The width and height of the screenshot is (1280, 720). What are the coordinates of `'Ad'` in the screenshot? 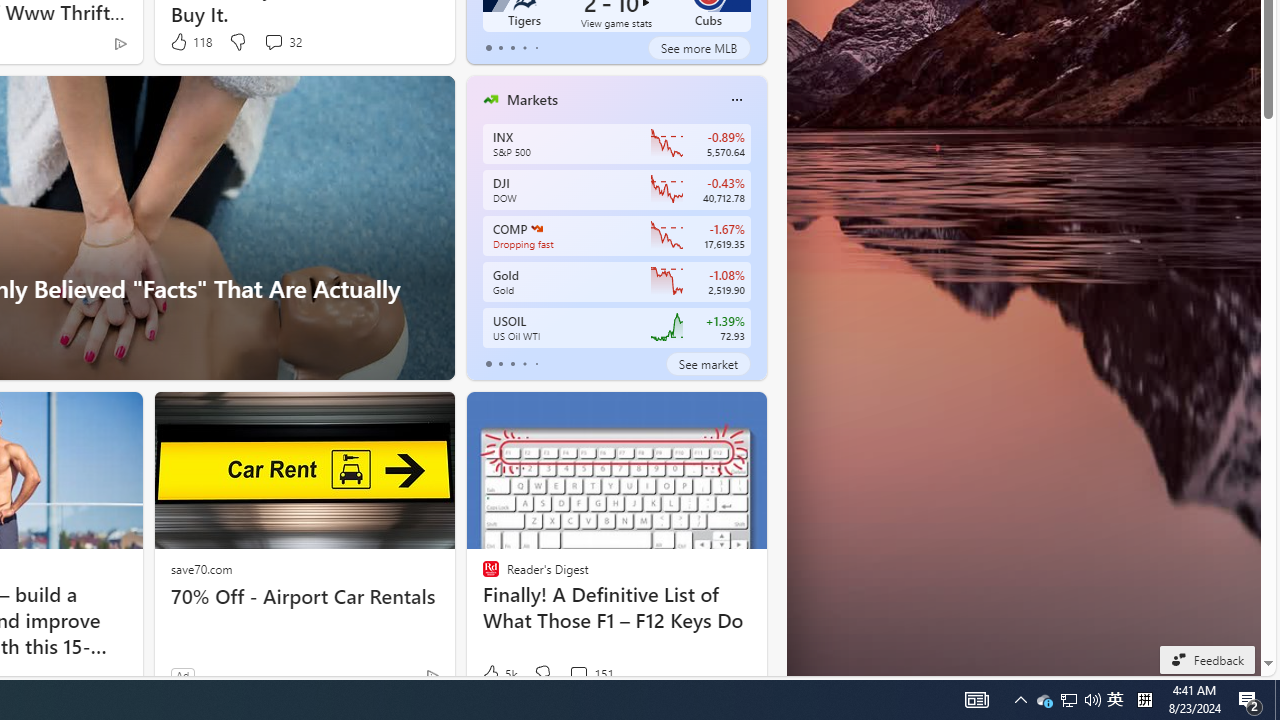 It's located at (182, 675).